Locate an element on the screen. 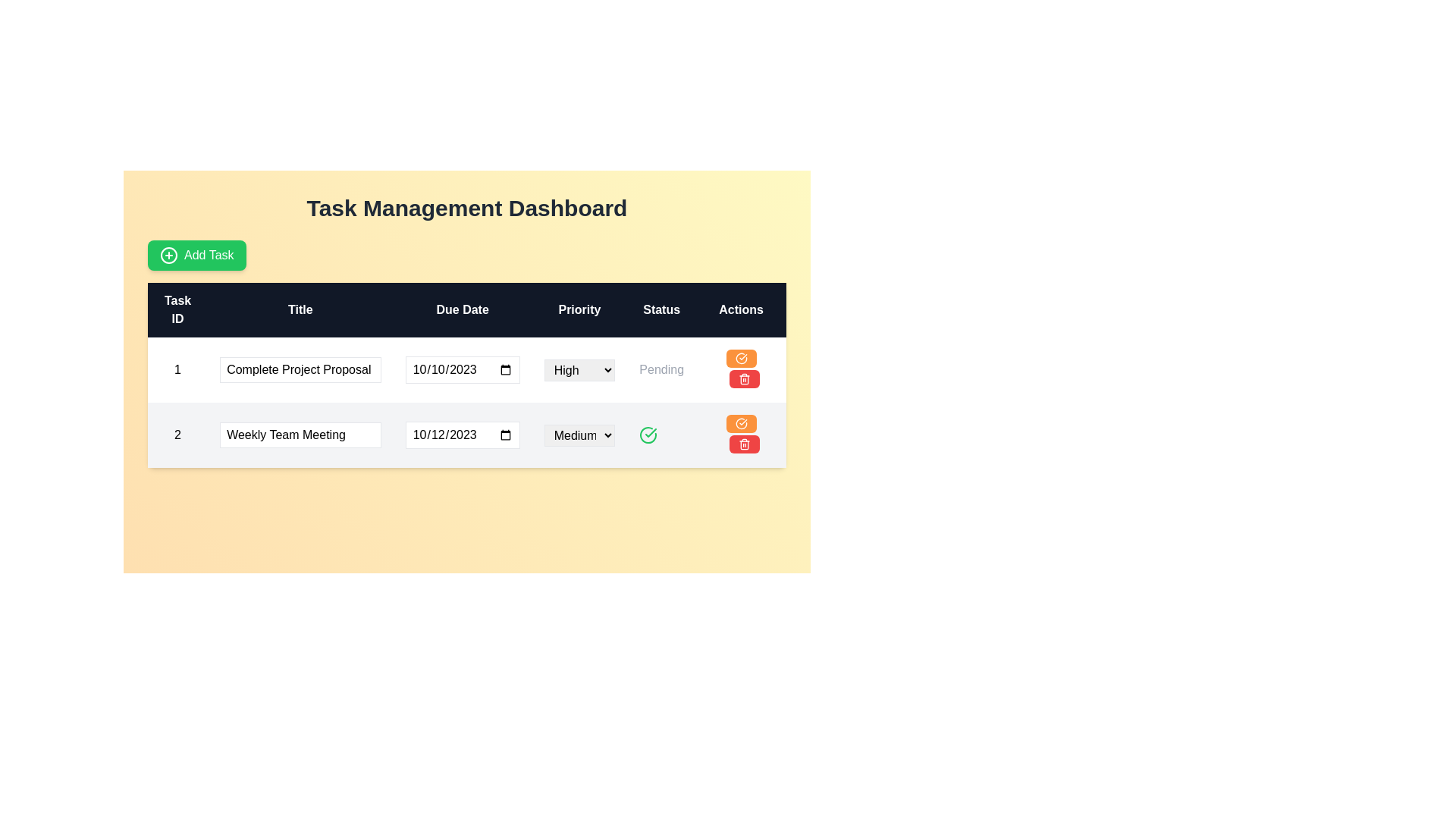  the dropdown input field displaying 'High' in the 'Priority' column of the task management table to activate it is located at coordinates (579, 370).